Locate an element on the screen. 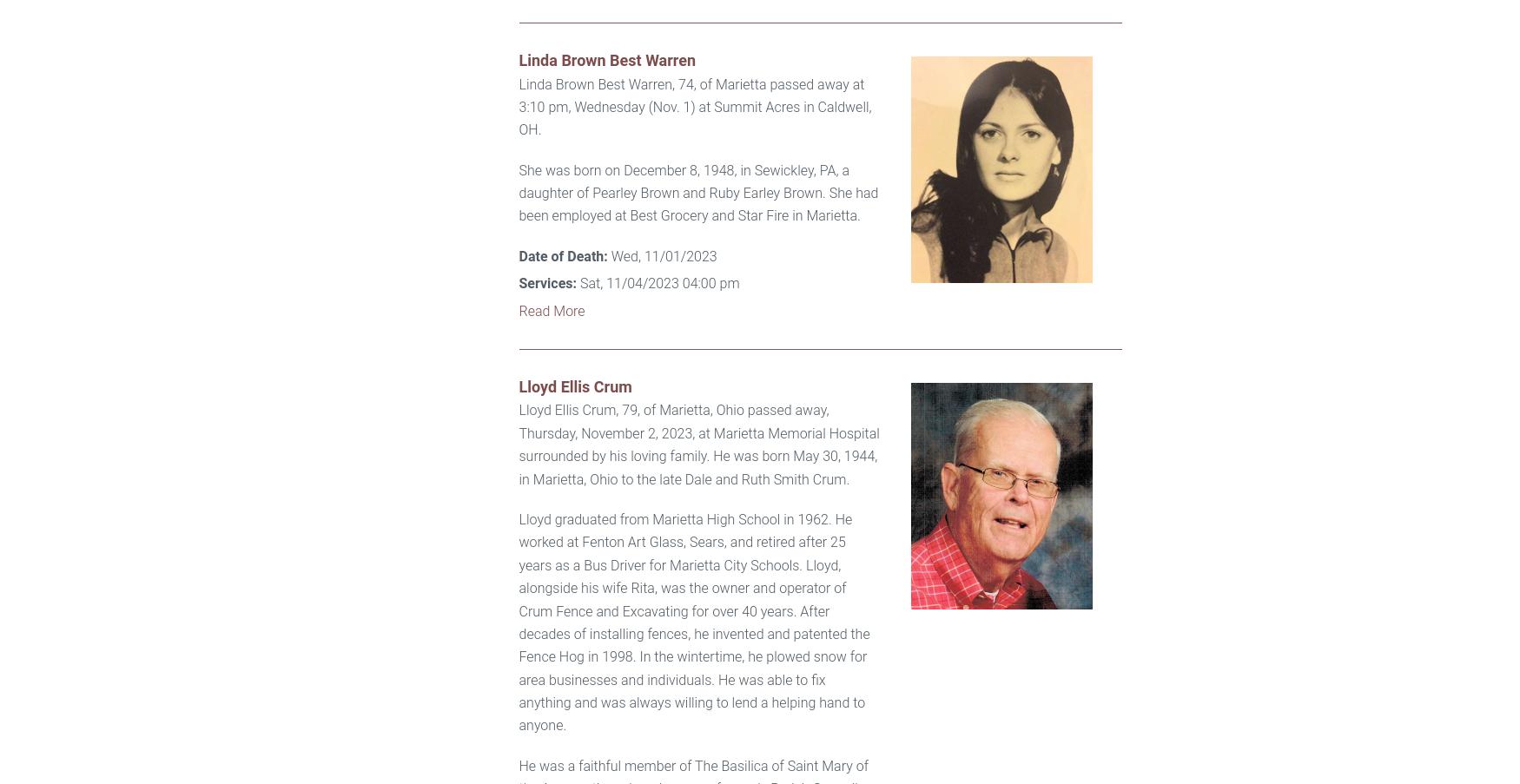 This screenshot has height=784, width=1520. 'Lloyd Ellis Crum, 79, of Marietta, Ohio passed away, Thursday, November 2, 2023, at Marietta Memorial Hospital surrounded by his loving family. He was born May 30, 1944, in Marietta, Ohio to the late Dale and Ruth Smith Crum.' is located at coordinates (697, 445).